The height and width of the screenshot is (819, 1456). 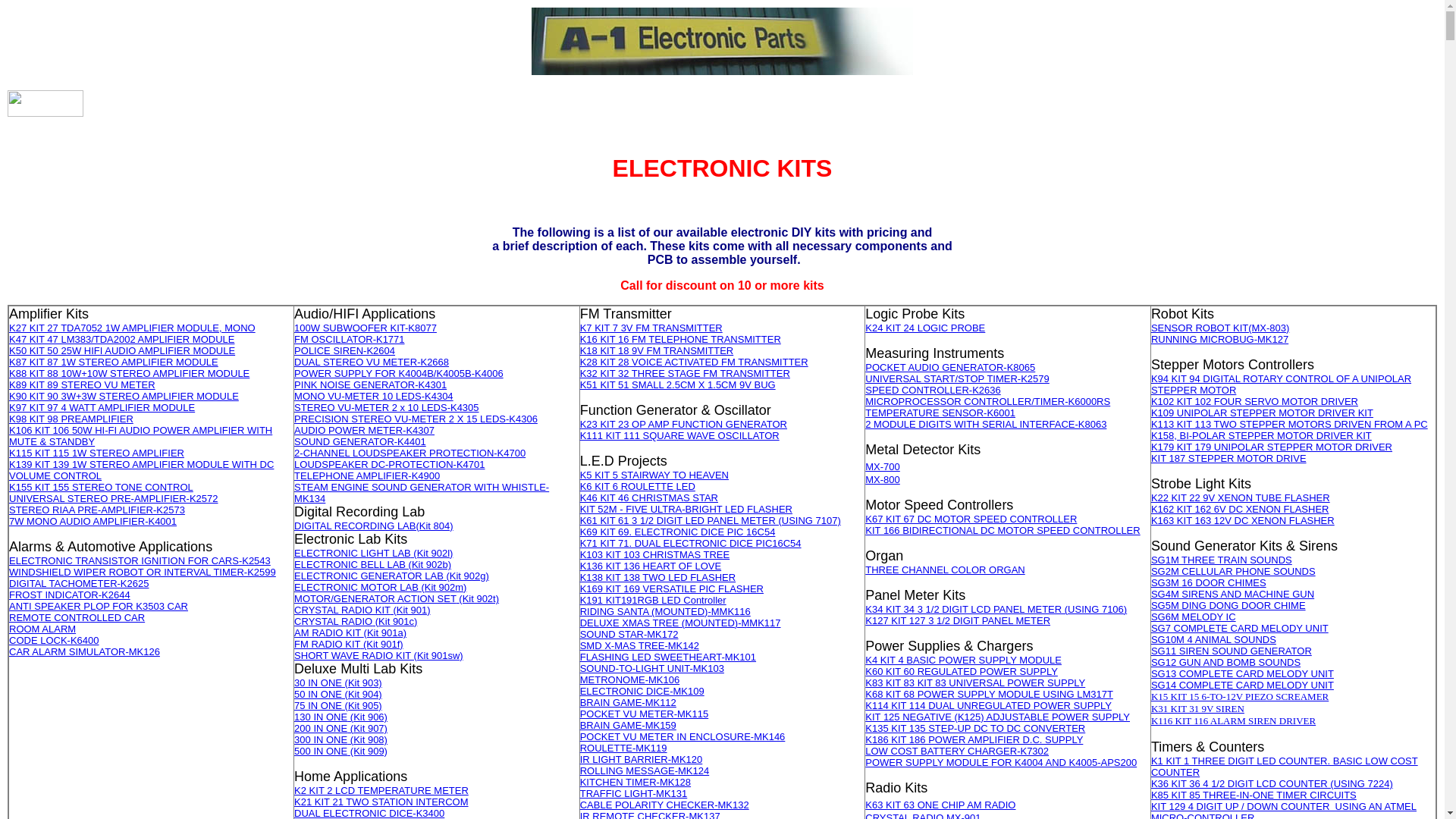 I want to click on 'K85 KIT 85 THREE-IN-ONE TIMER CIRCUITS', so click(x=1150, y=794).